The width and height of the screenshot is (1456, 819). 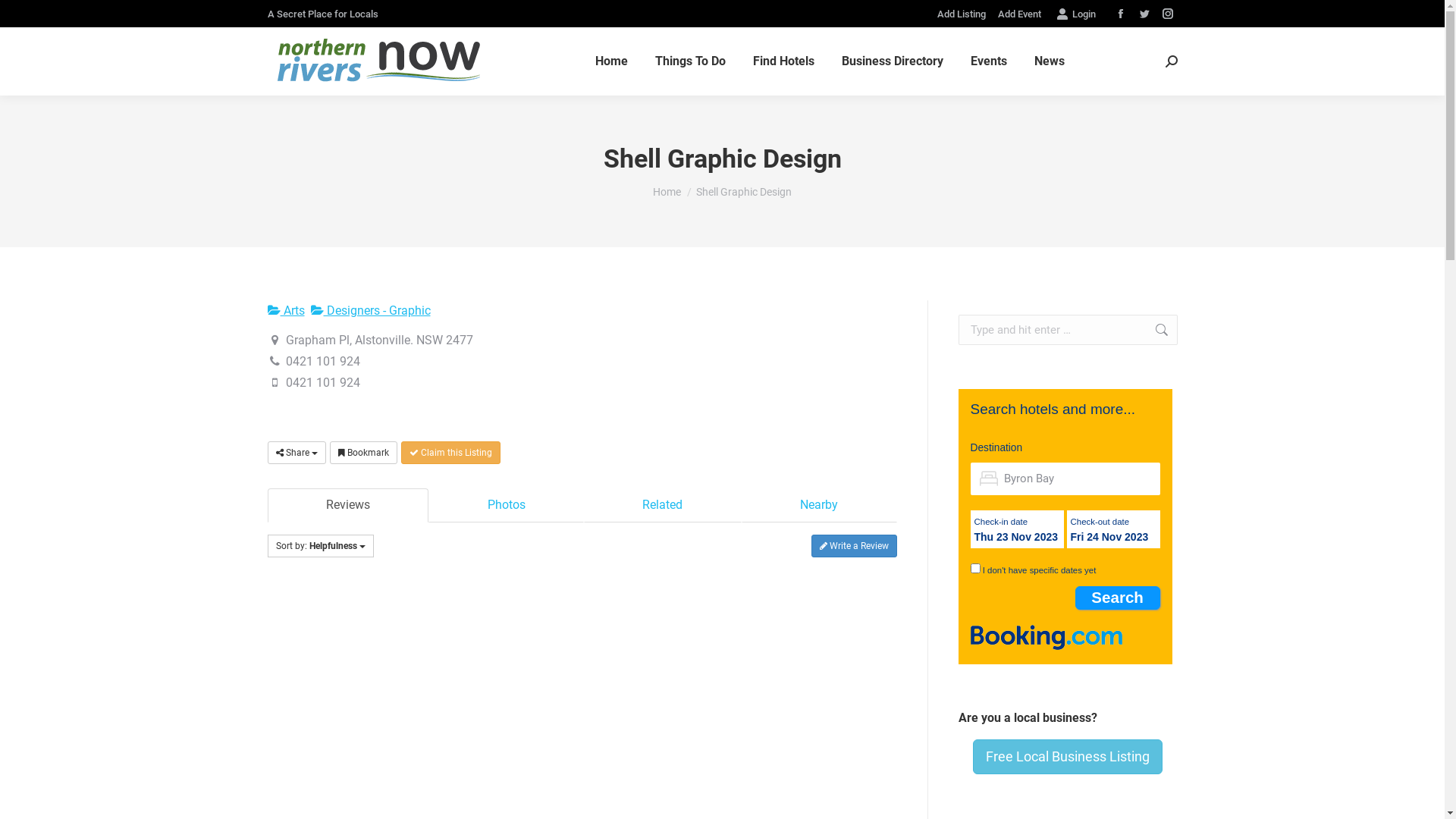 I want to click on 'Login', so click(x=1074, y=13).